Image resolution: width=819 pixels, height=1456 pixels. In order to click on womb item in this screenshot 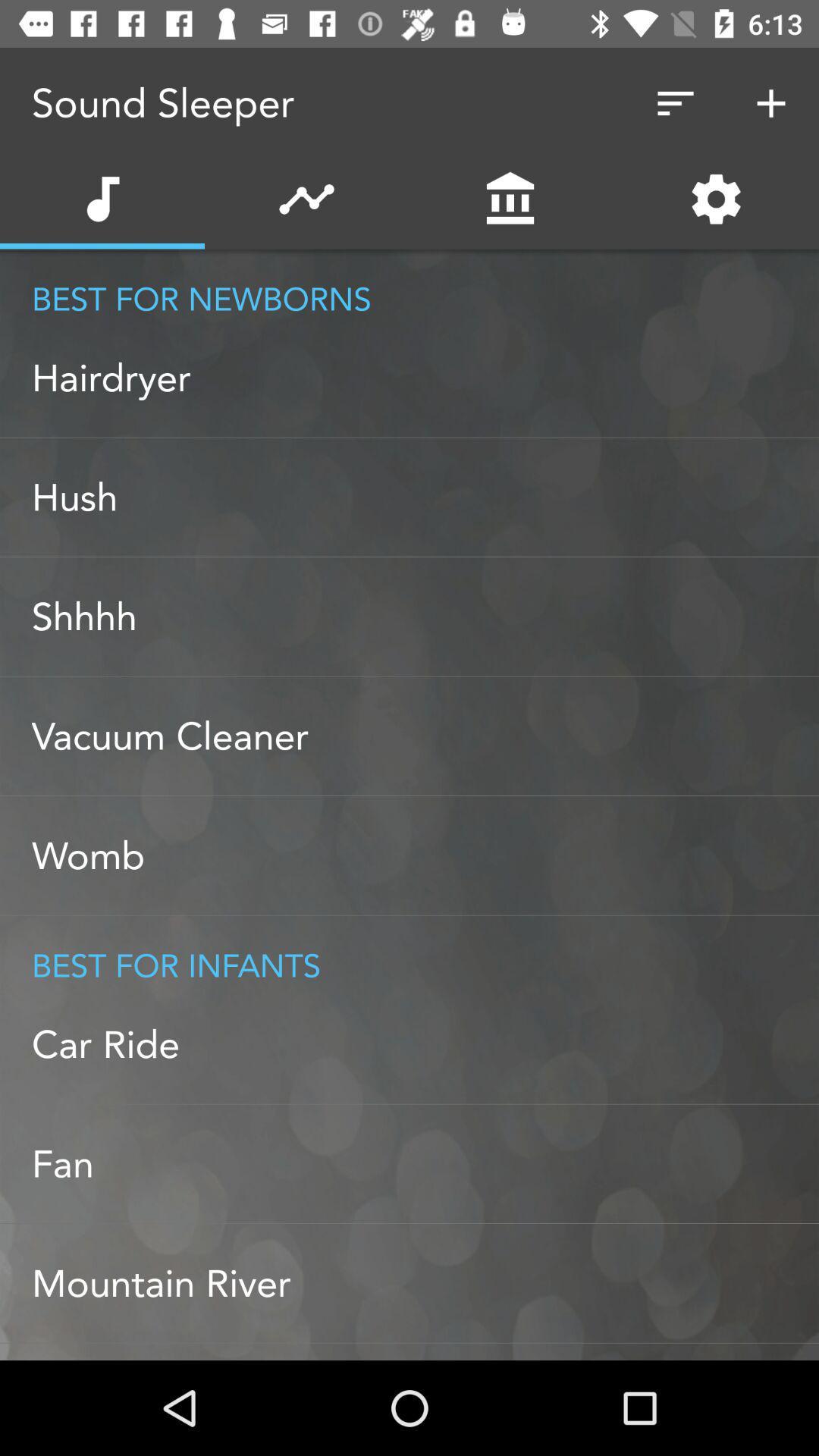, I will do `click(425, 855)`.